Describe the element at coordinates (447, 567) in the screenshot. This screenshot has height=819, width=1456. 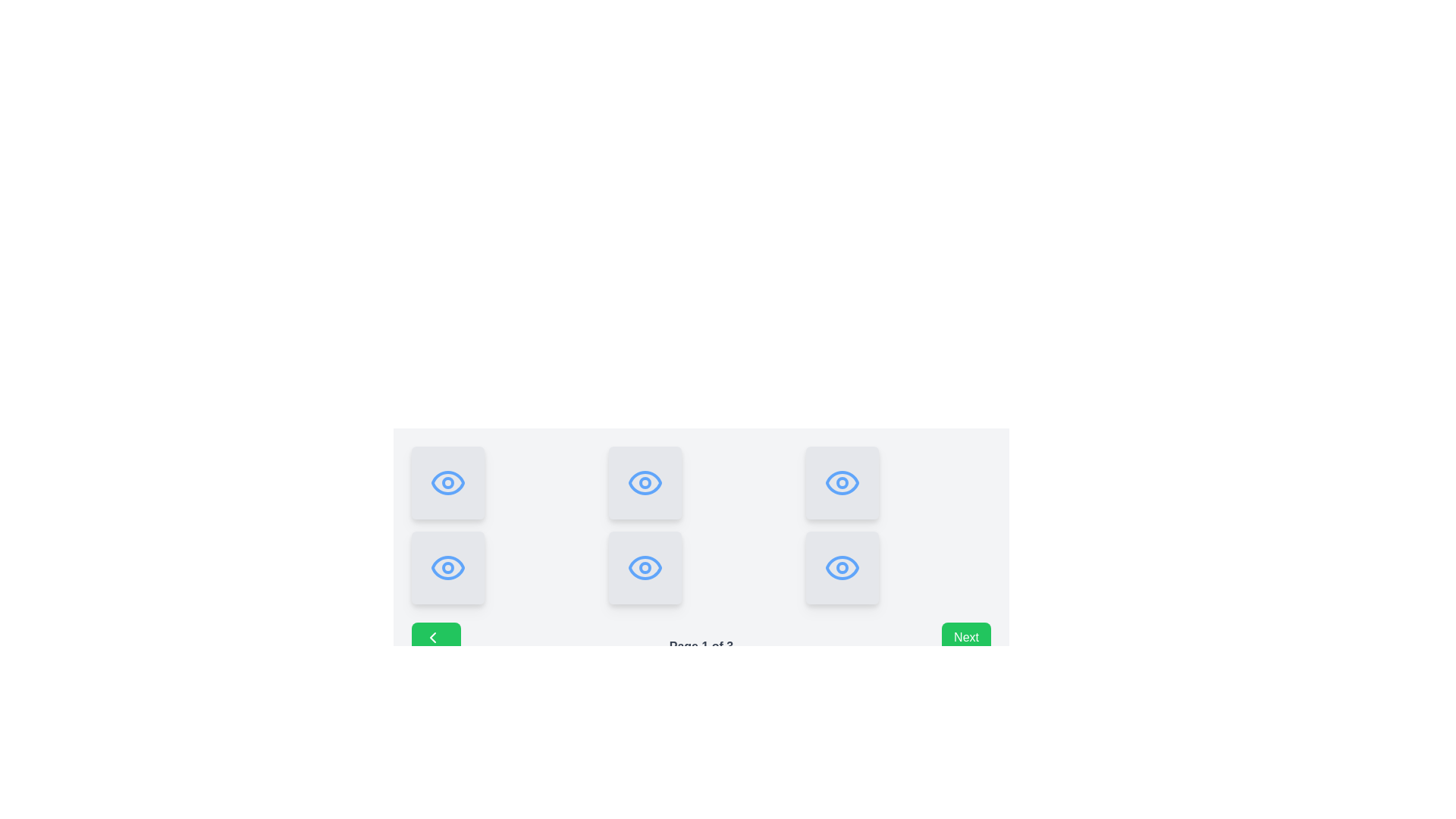
I see `the eye-shaped icon with a blue outline` at that location.